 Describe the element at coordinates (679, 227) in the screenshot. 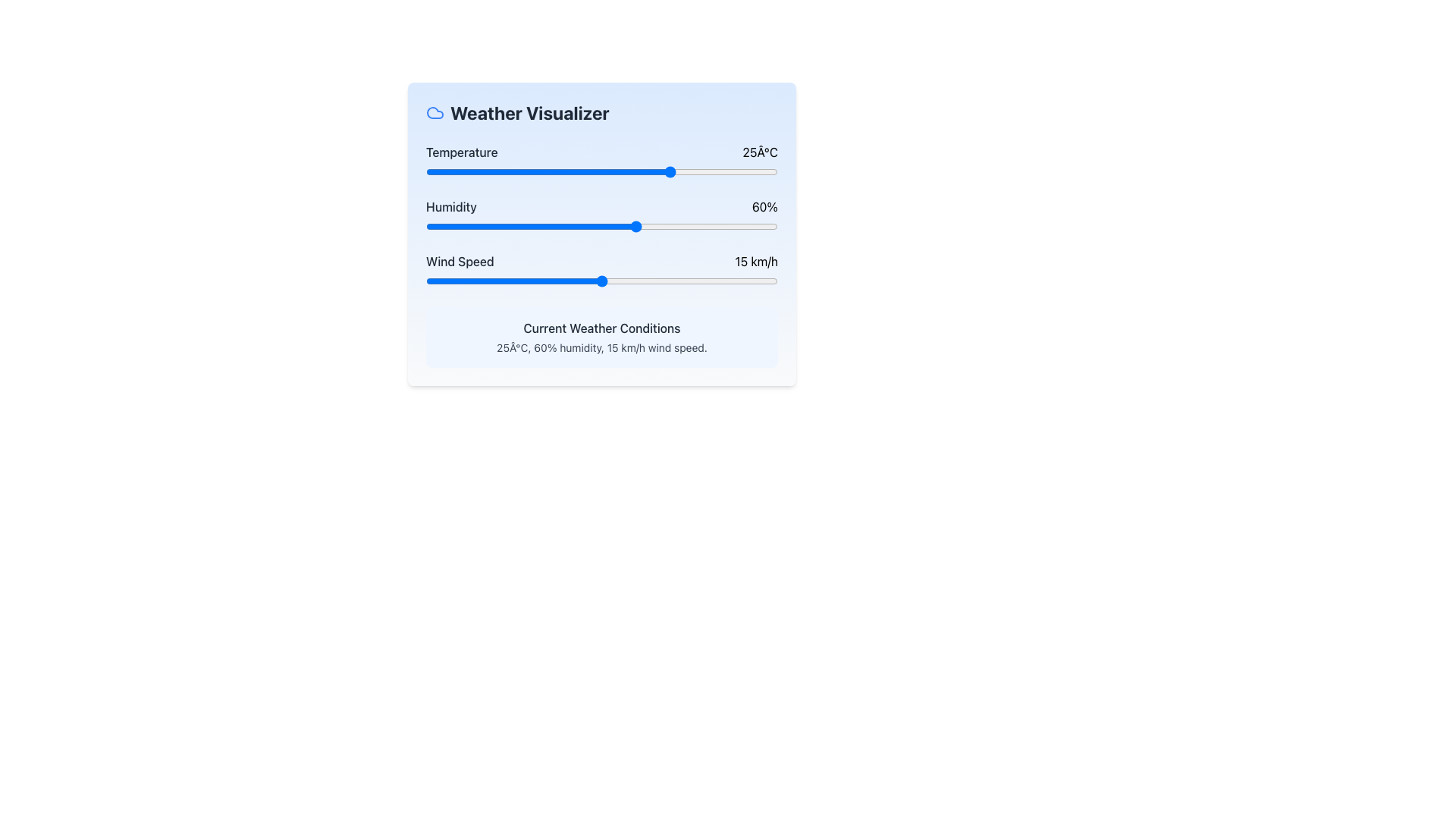

I see `the humidity level` at that location.